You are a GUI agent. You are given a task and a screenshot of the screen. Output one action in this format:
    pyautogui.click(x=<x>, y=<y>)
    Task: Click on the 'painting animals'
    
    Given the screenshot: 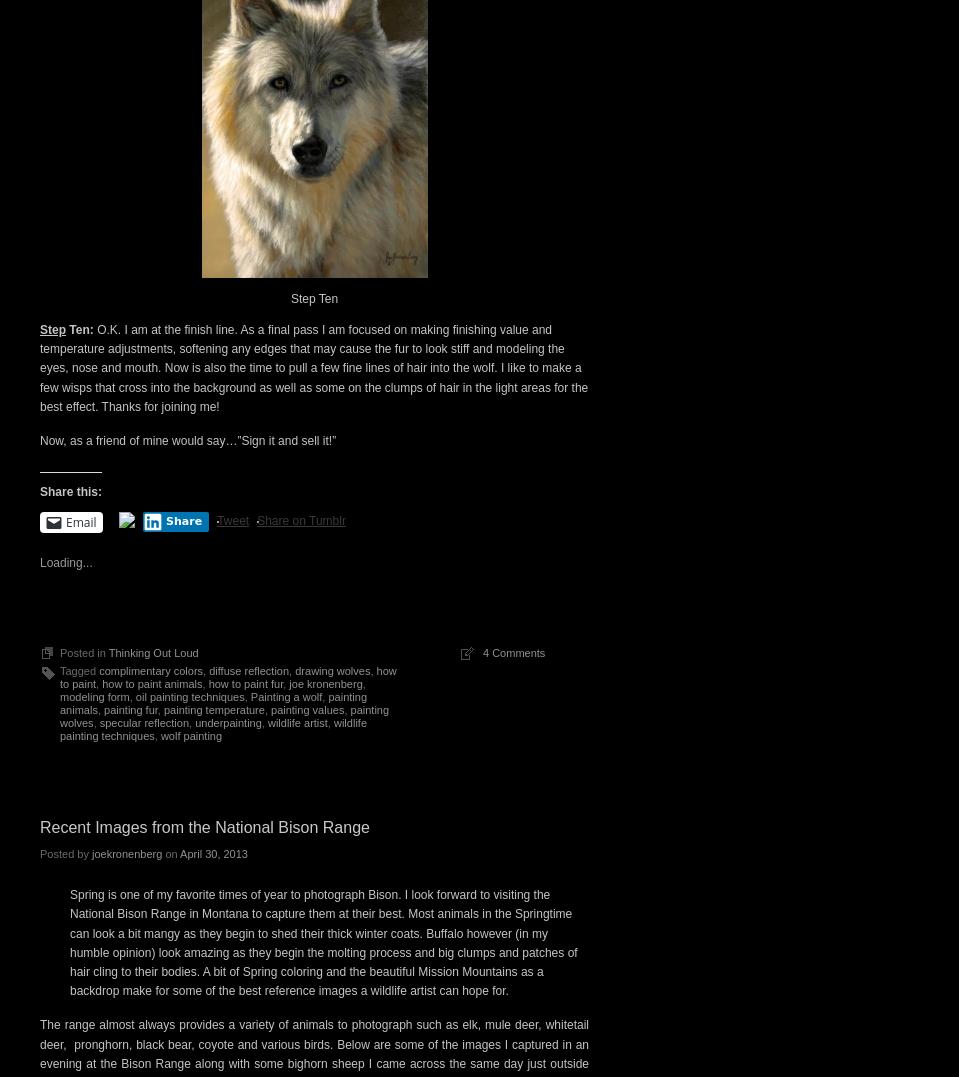 What is the action you would take?
    pyautogui.click(x=213, y=701)
    